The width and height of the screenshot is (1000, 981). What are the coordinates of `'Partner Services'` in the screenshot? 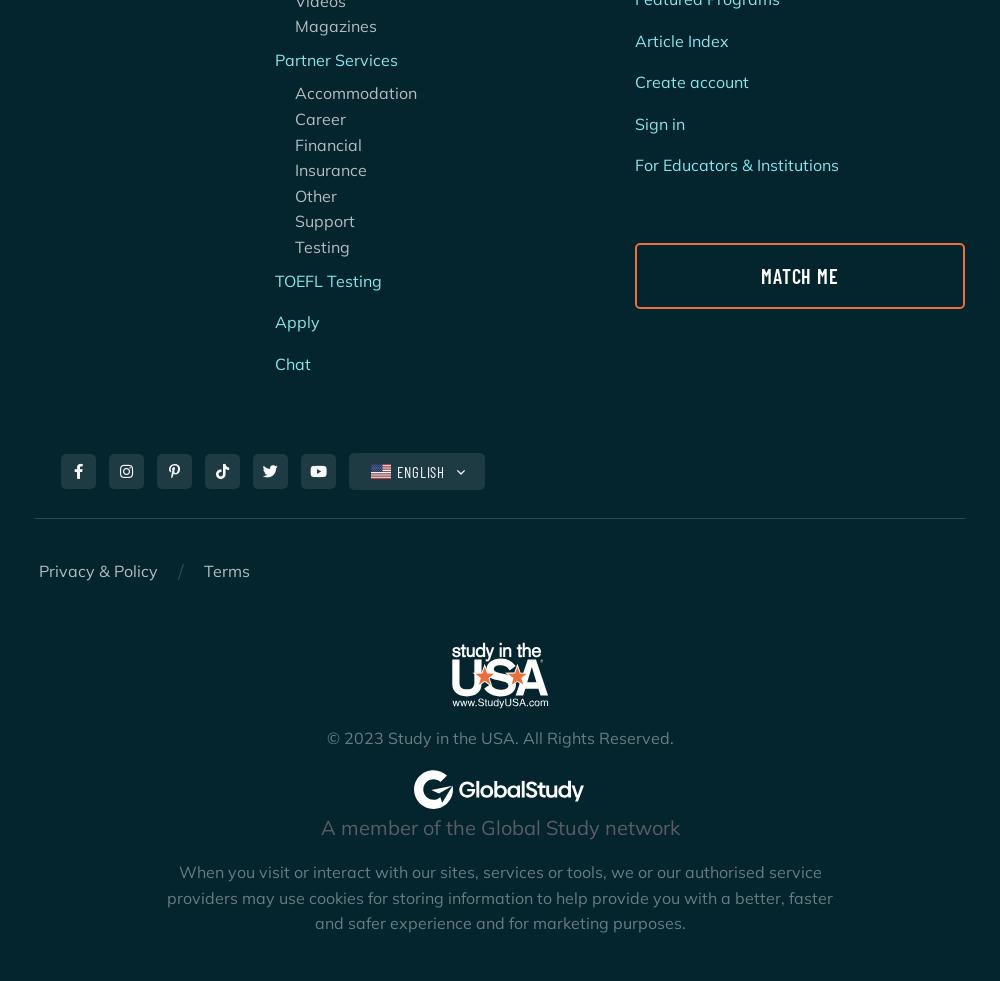 It's located at (335, 57).